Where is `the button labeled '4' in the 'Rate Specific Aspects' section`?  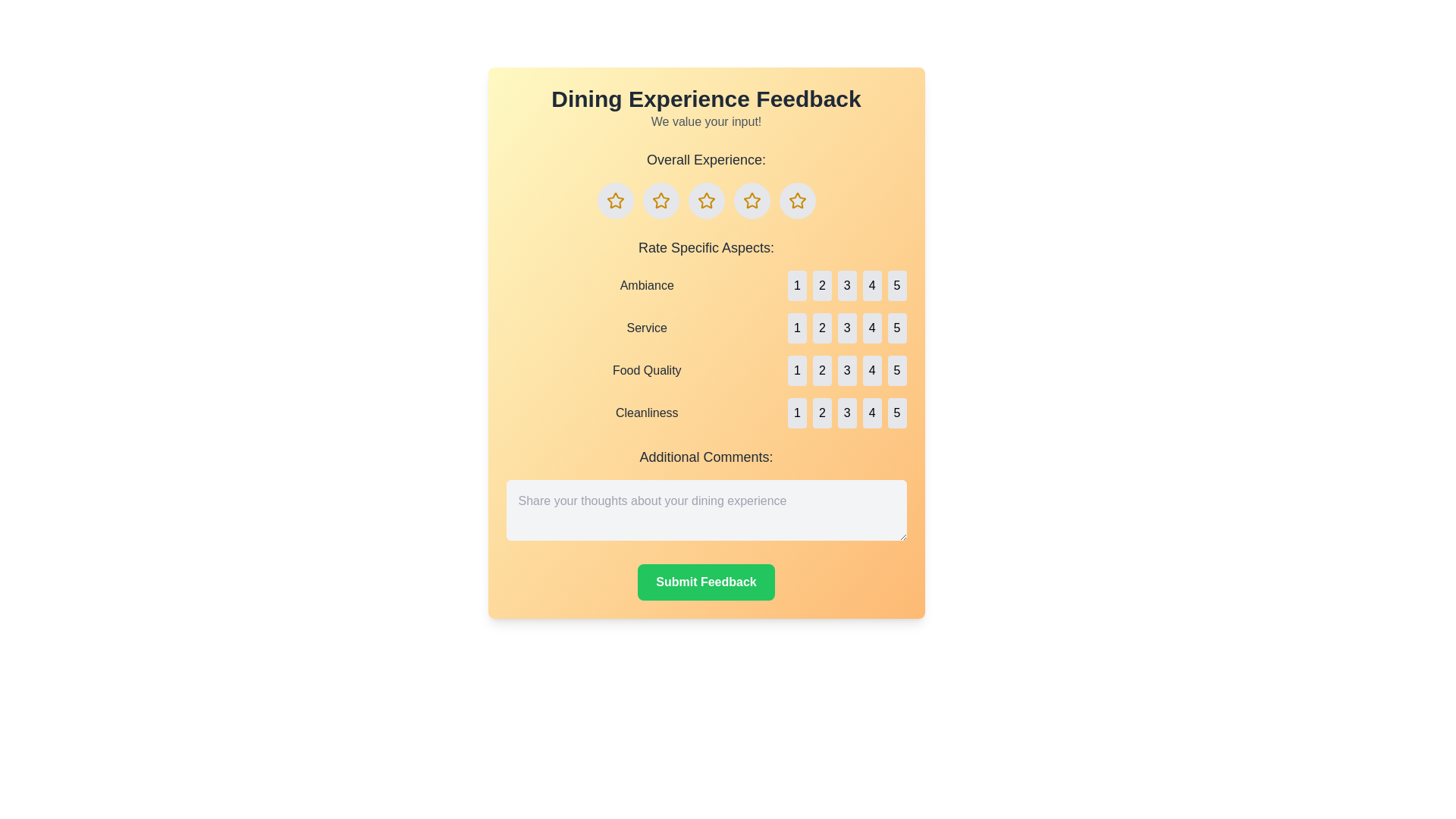
the button labeled '4' in the 'Rate Specific Aspects' section is located at coordinates (872, 327).